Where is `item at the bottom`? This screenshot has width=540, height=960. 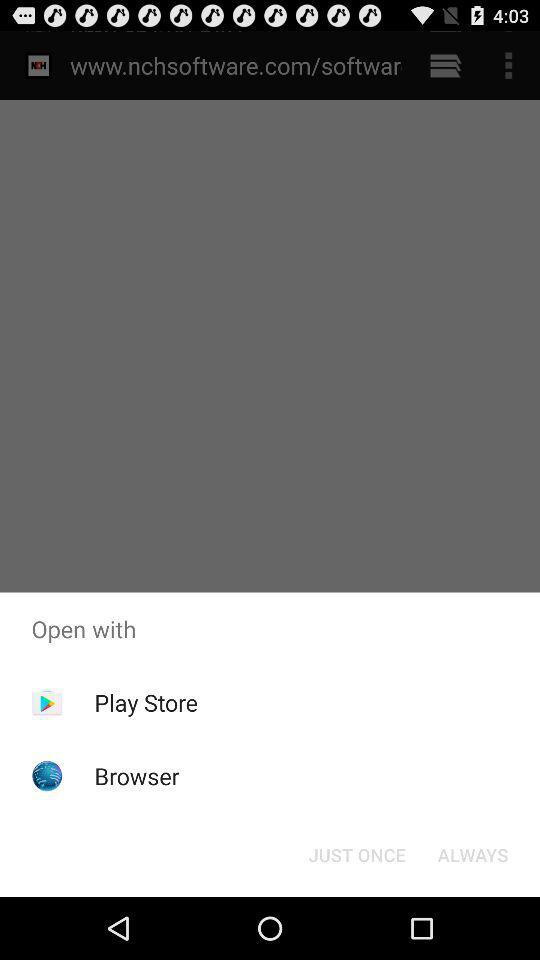 item at the bottom is located at coordinates (356, 853).